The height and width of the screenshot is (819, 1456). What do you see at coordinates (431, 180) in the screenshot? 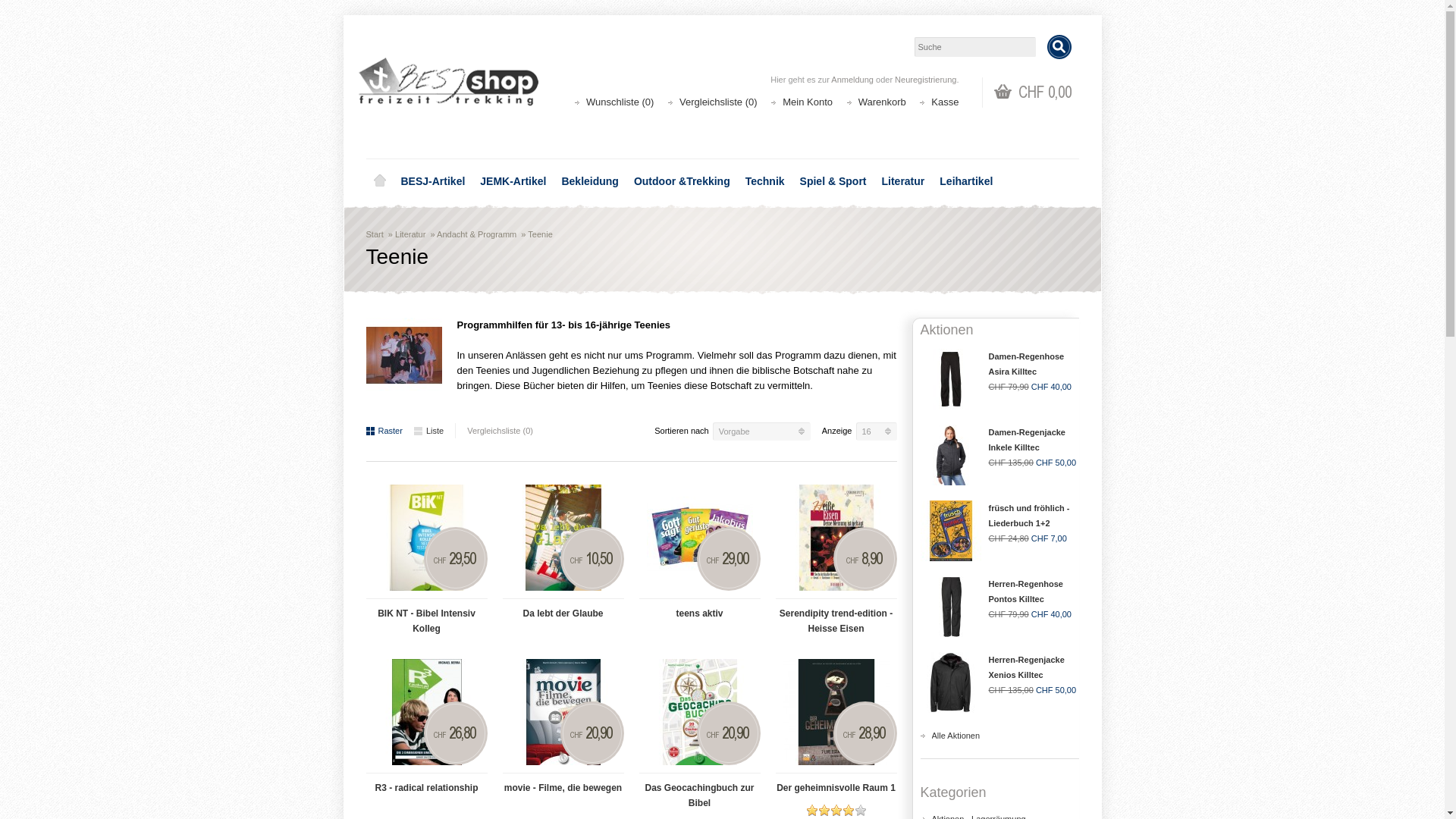
I see `'BESJ-Artikel'` at bounding box center [431, 180].